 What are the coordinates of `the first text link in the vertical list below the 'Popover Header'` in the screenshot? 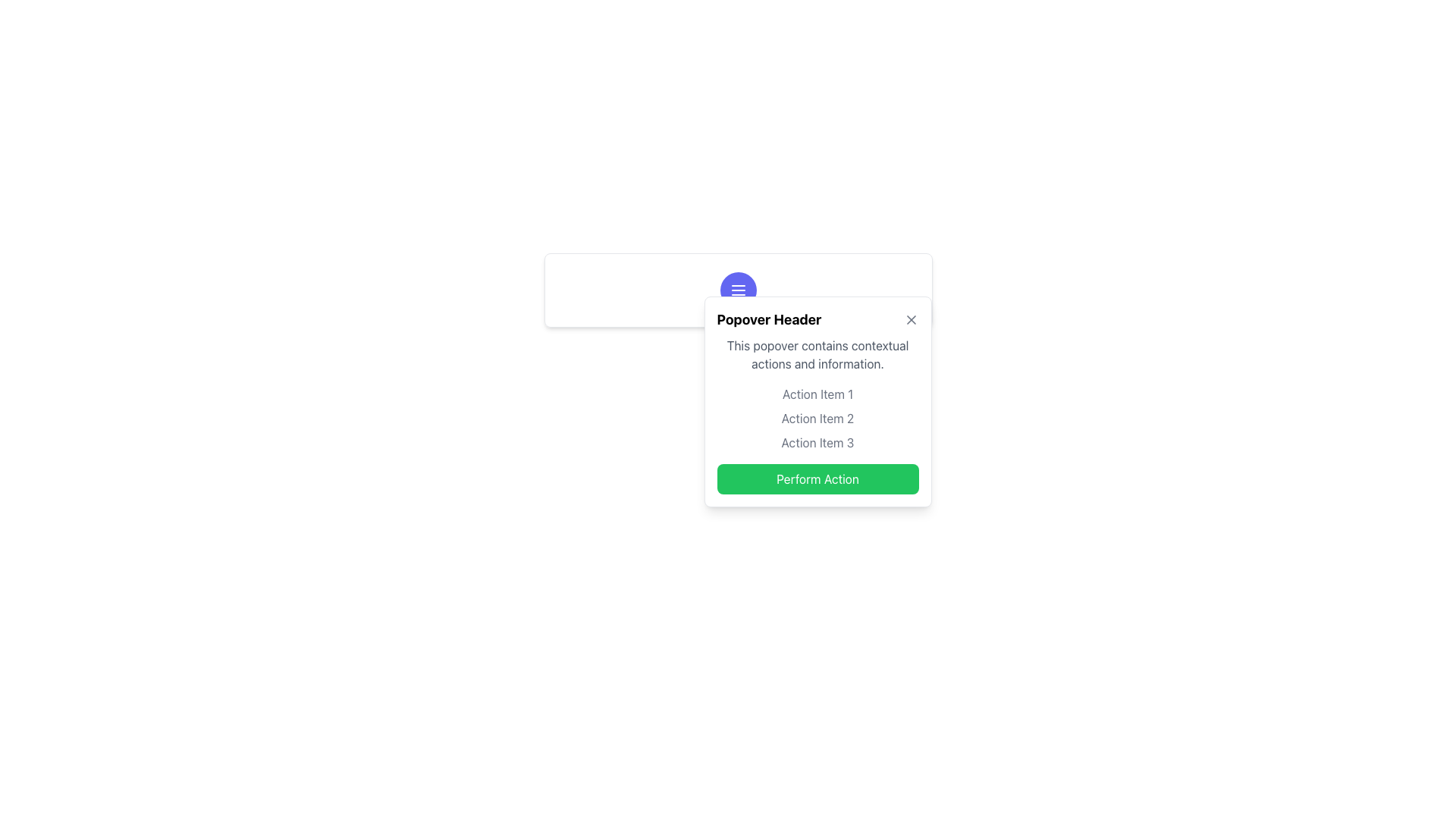 It's located at (817, 394).